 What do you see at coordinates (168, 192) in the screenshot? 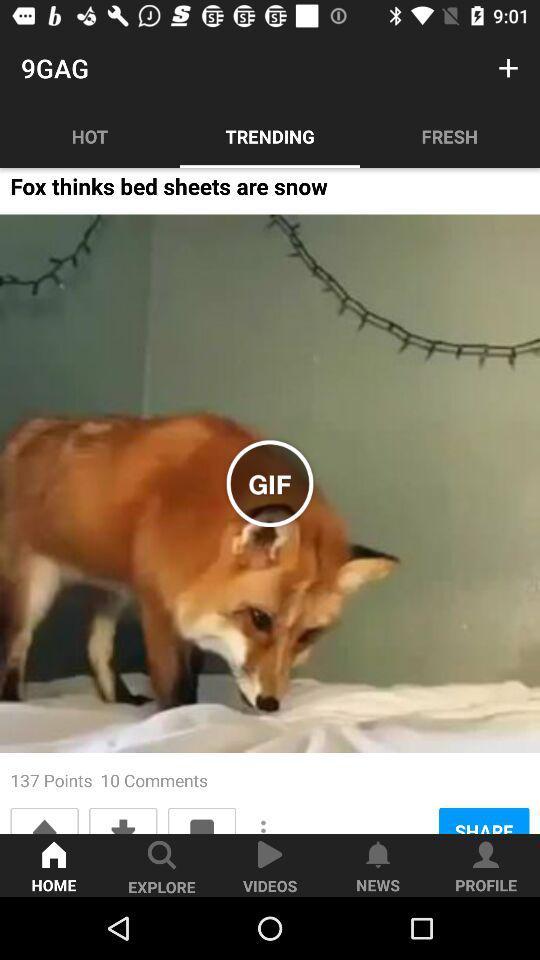
I see `fox thinks bed item` at bounding box center [168, 192].